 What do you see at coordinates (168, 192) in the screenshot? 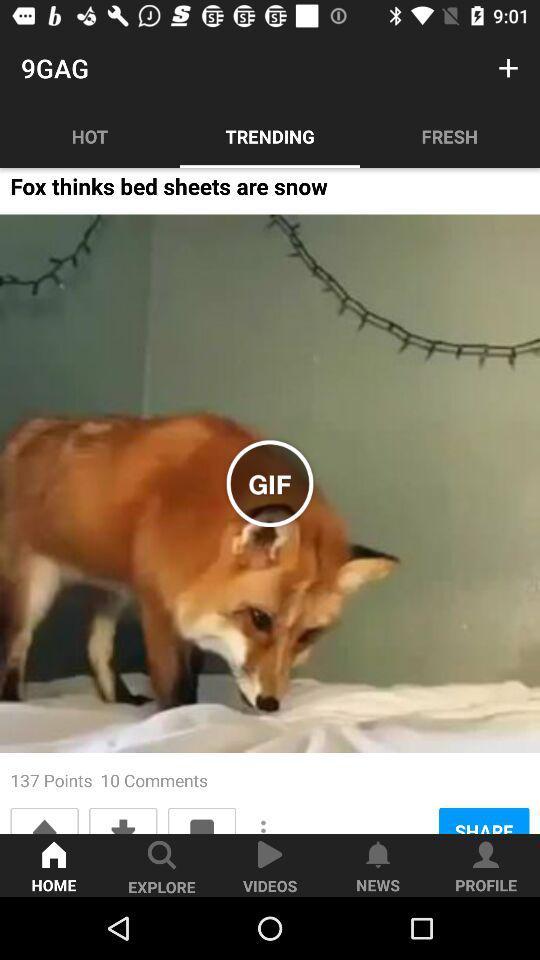
I see `fox thinks bed item` at bounding box center [168, 192].